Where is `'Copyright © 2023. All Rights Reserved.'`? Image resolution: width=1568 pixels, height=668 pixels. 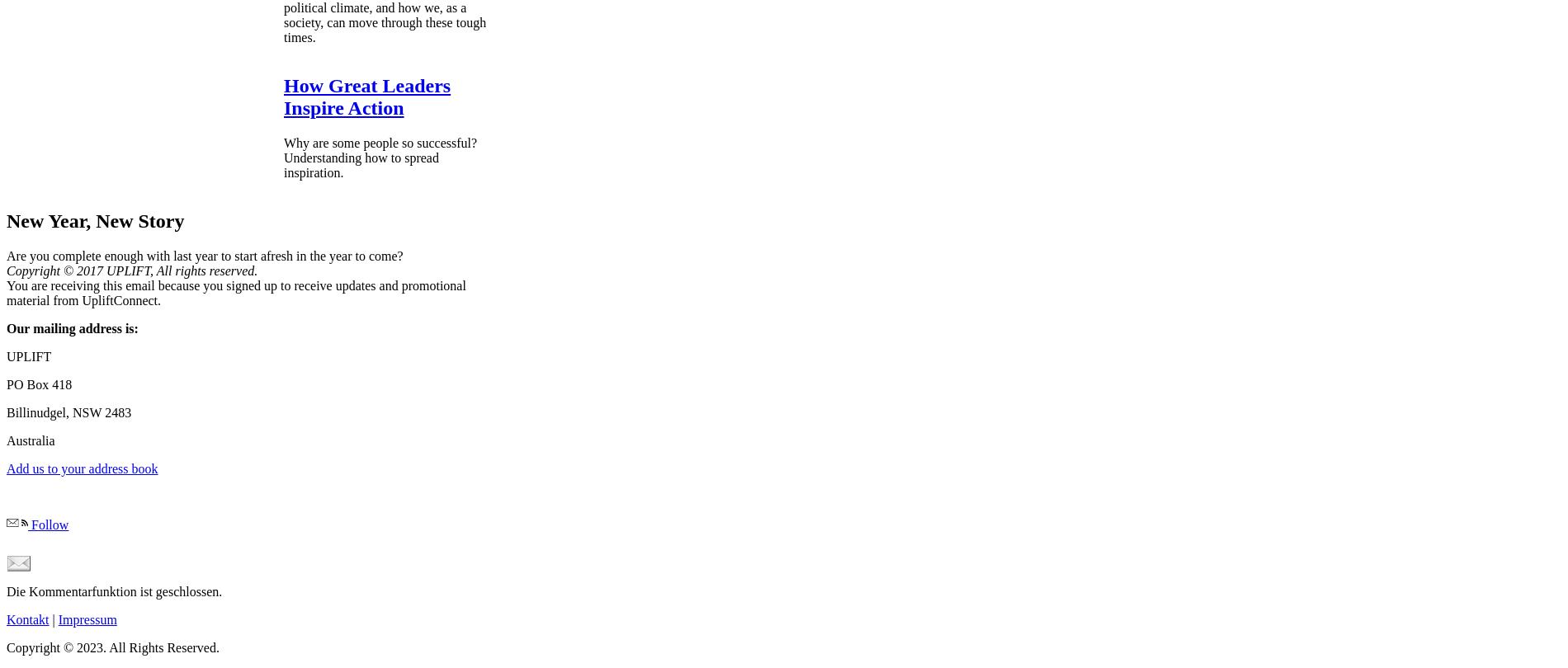
'Copyright © 2023. All Rights Reserved.' is located at coordinates (112, 646).